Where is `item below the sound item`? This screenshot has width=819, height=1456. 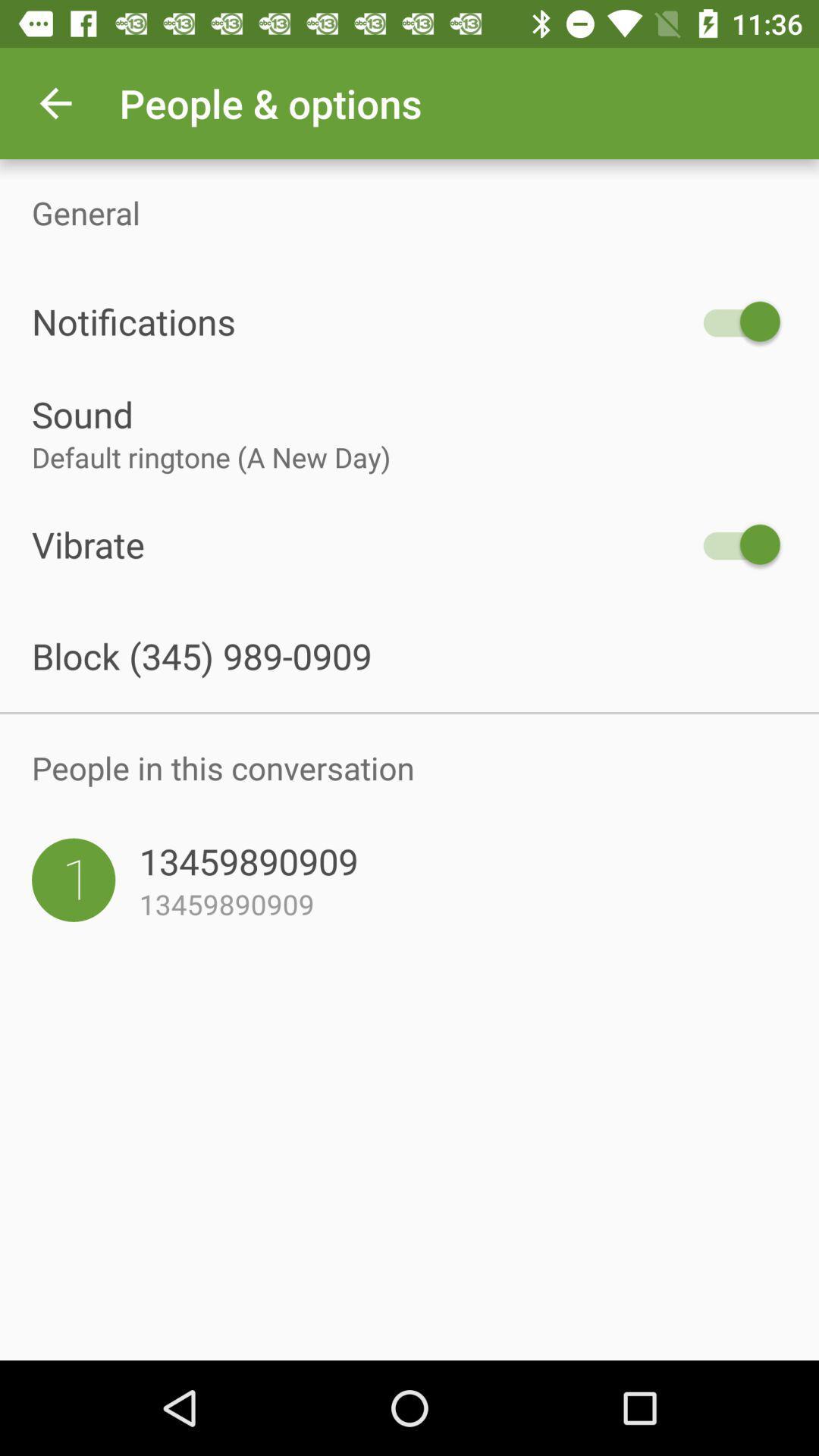
item below the sound item is located at coordinates (409, 457).